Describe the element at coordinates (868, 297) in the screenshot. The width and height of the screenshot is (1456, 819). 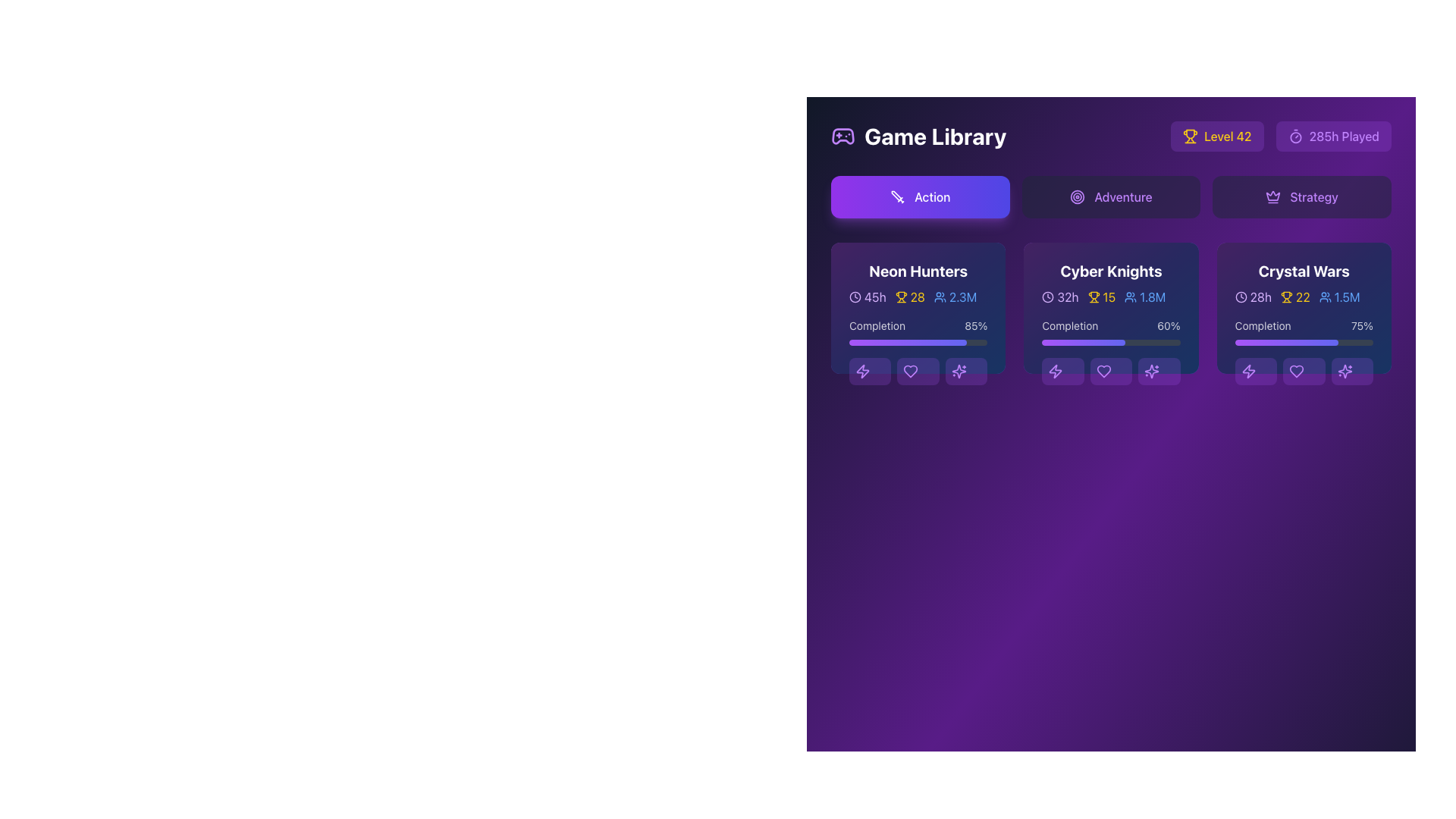
I see `the label with an icon that indicates the total time spent on the game, which is located in the top-left section of the 'Neon Hunters' card` at that location.